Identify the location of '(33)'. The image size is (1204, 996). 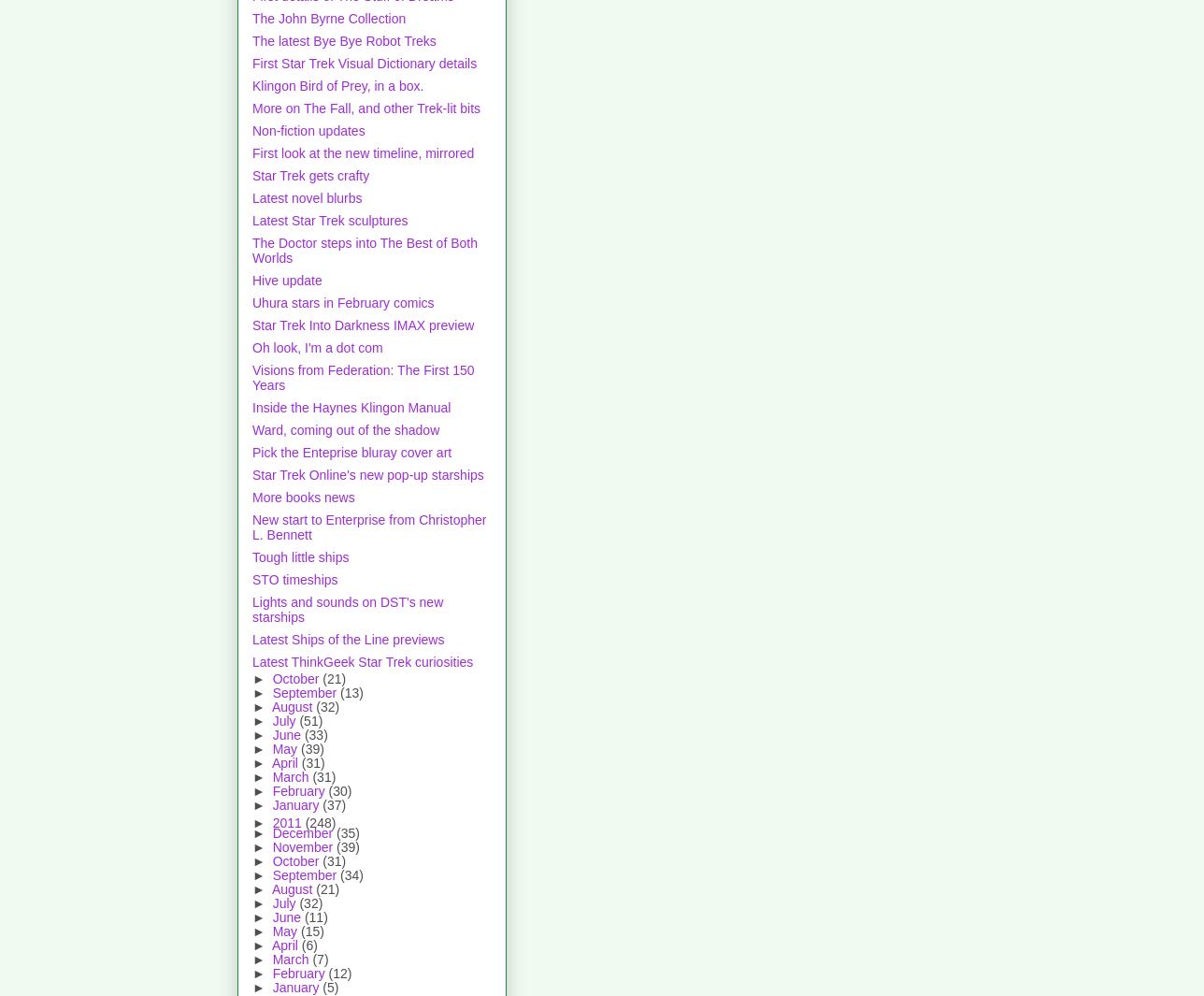
(315, 734).